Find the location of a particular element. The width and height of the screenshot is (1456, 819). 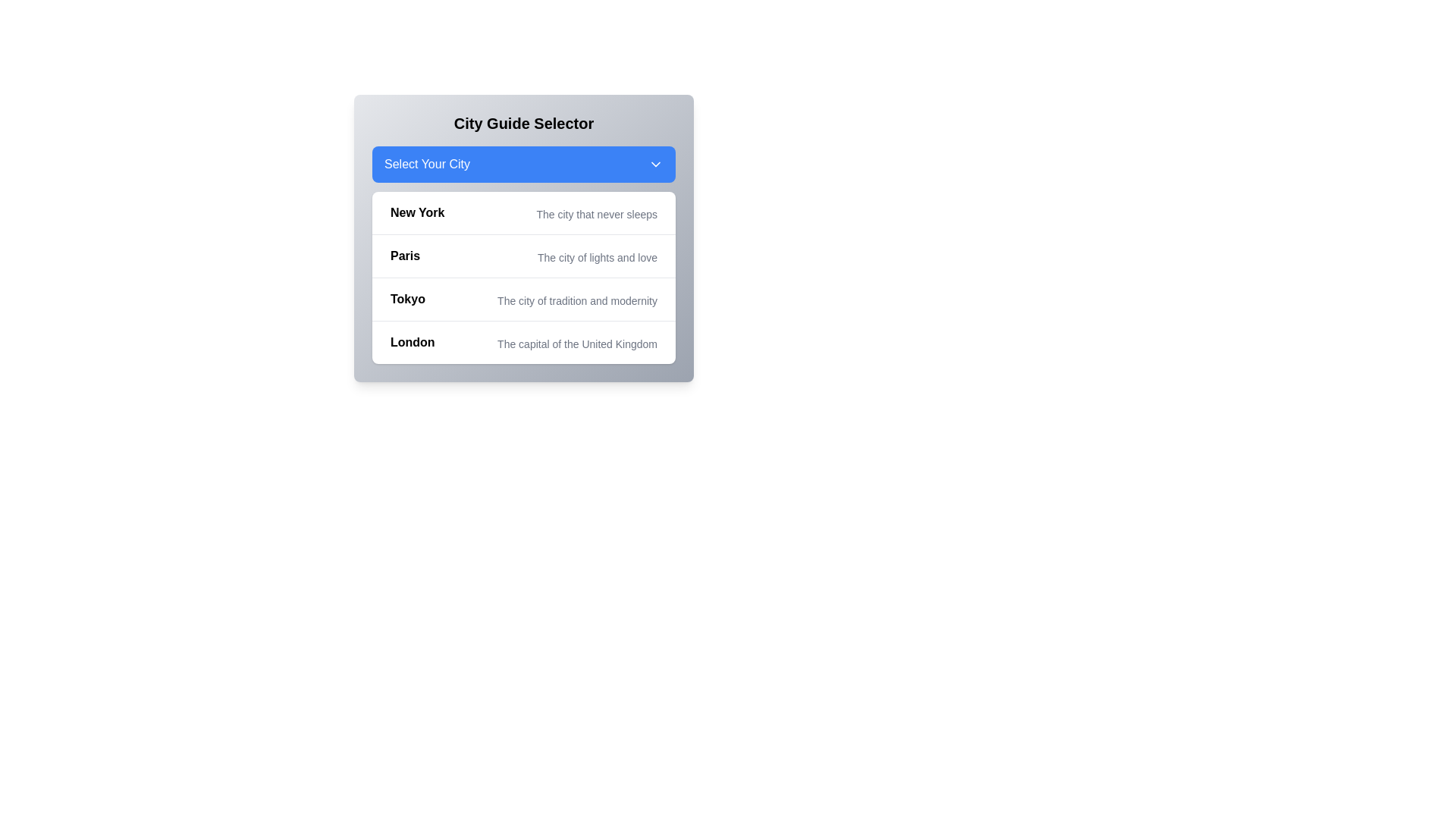

the list item displaying 'Paris' with bold title and smaller subtitle, which is the second item in the vertical list is located at coordinates (524, 254).